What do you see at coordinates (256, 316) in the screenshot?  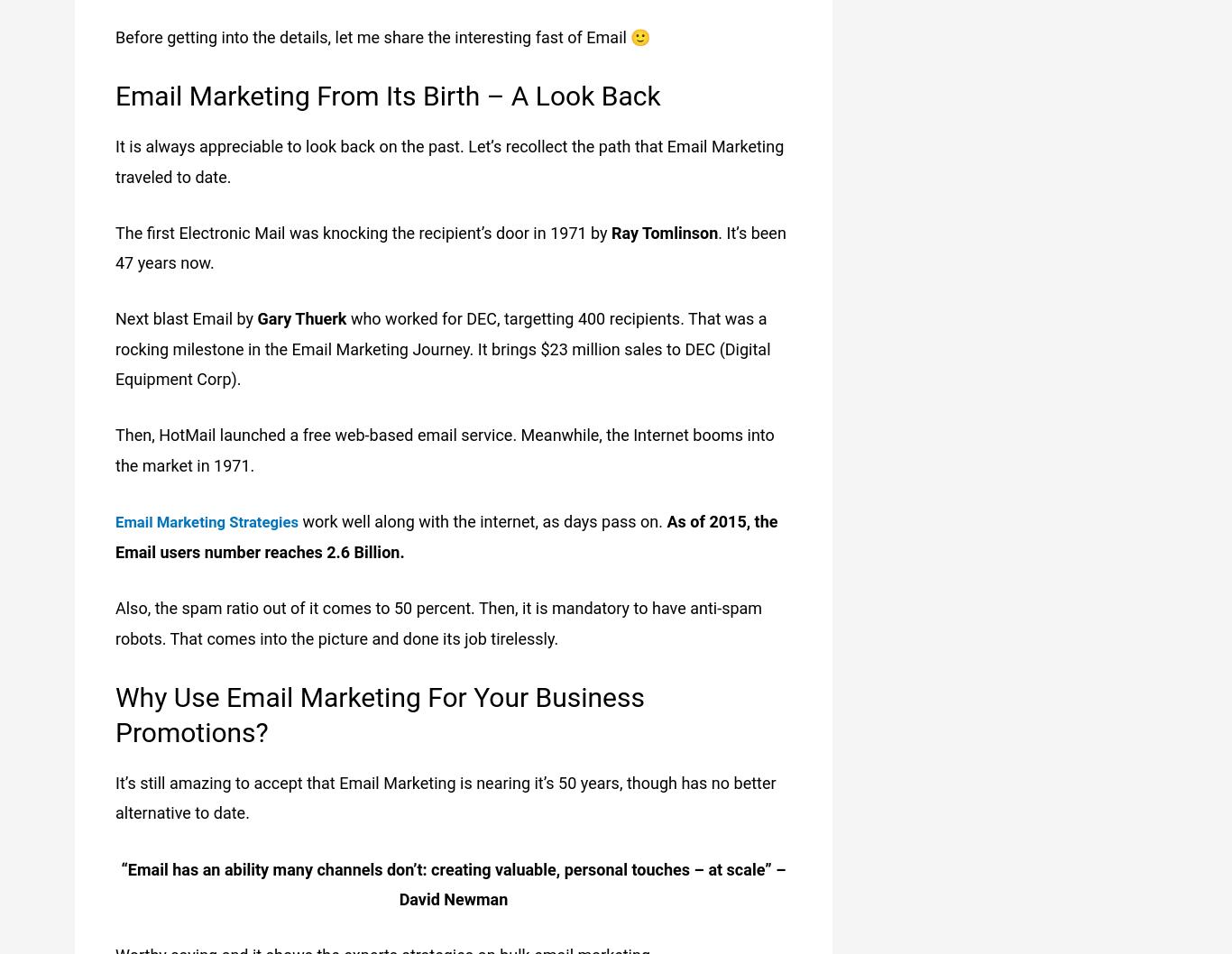 I see `'Gary Thuerk'` at bounding box center [256, 316].